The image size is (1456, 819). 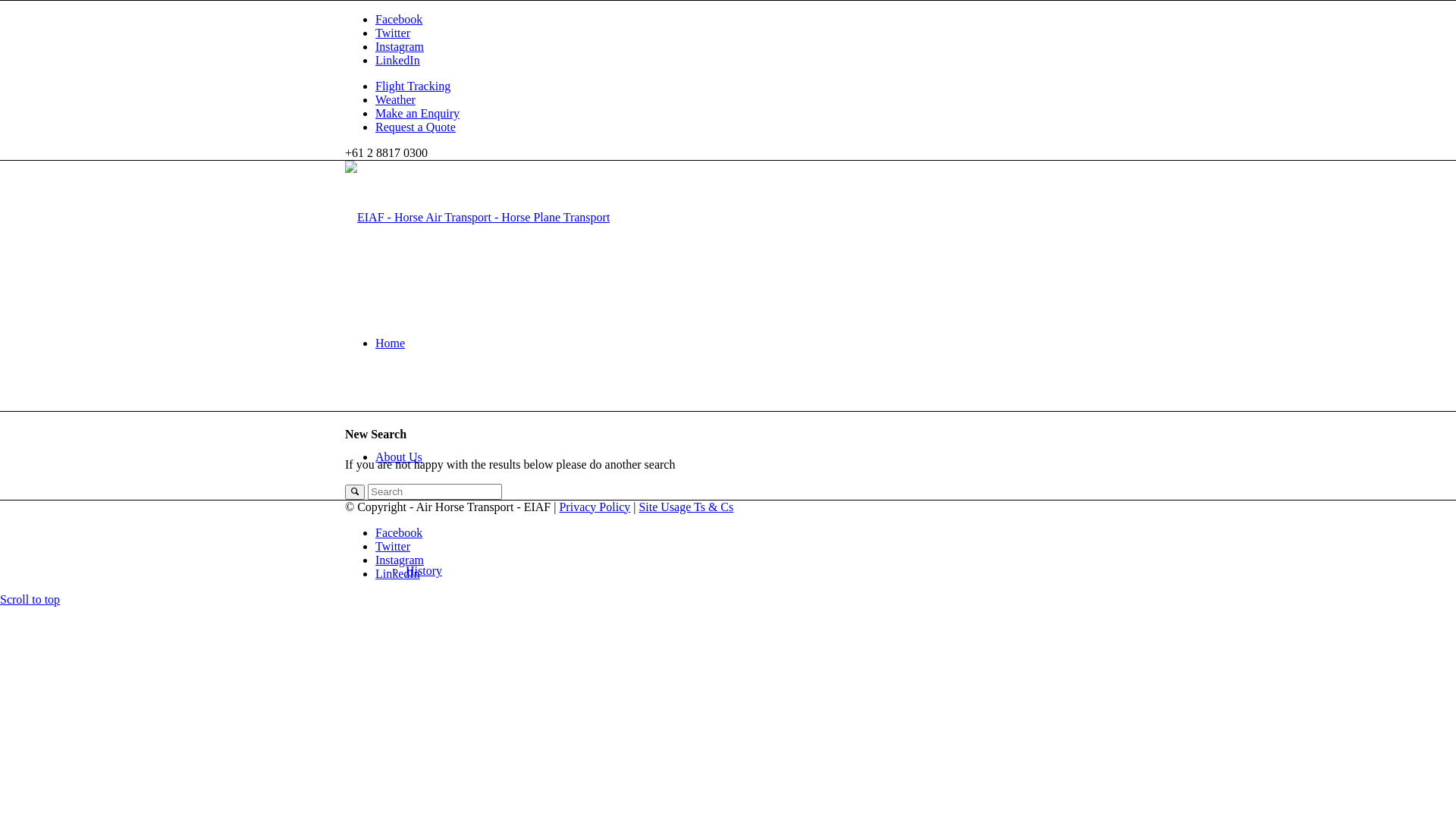 What do you see at coordinates (400, 560) in the screenshot?
I see `'Instagram'` at bounding box center [400, 560].